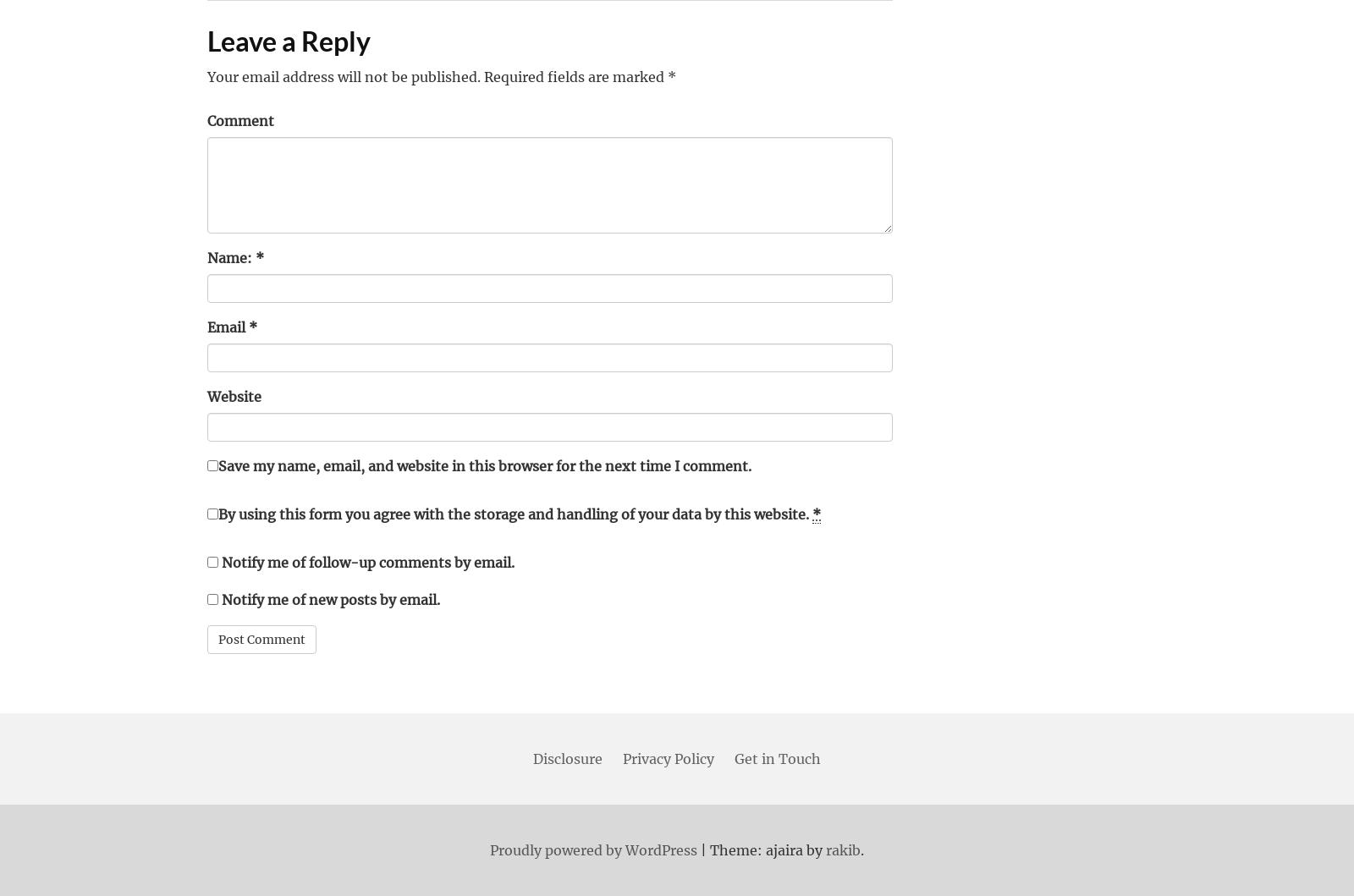 The height and width of the screenshot is (896, 1354). Describe the element at coordinates (593, 849) in the screenshot. I see `'Proudly powered by WordPress'` at that location.